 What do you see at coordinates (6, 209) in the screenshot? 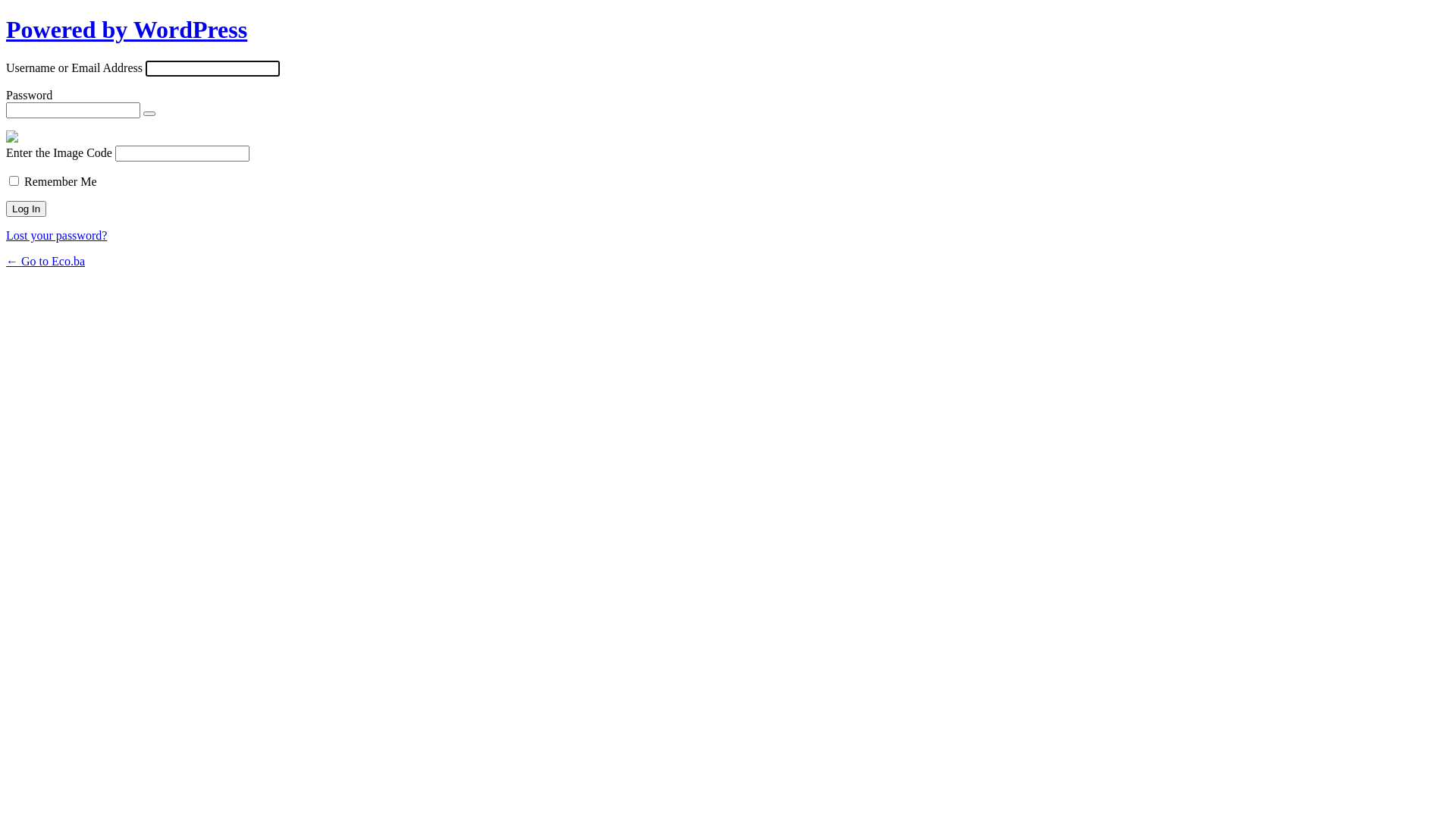
I see `'Log In'` at bounding box center [6, 209].